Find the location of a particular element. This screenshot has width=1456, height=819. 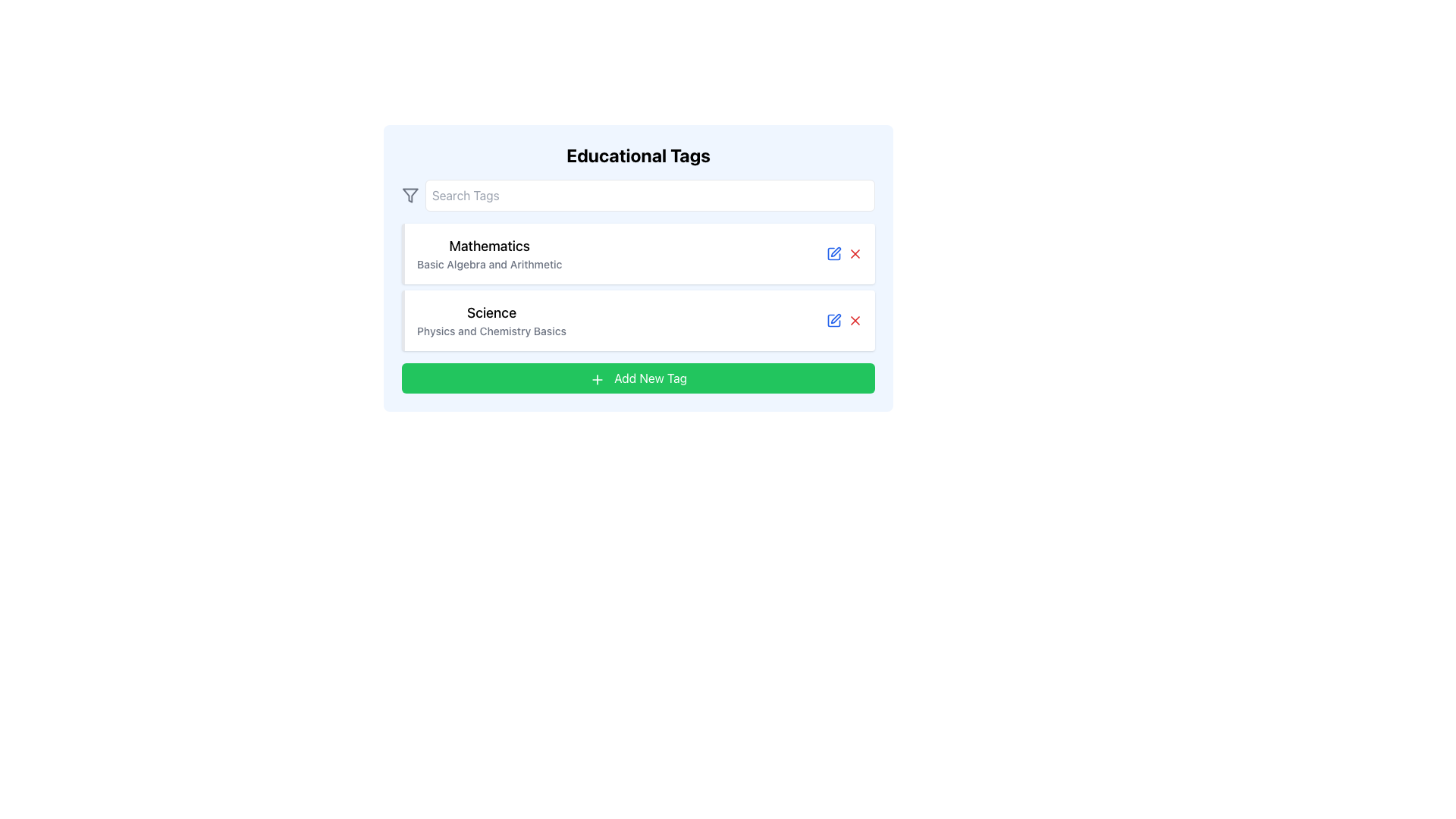

the edit button associated with the 'Science' tag is located at coordinates (833, 320).